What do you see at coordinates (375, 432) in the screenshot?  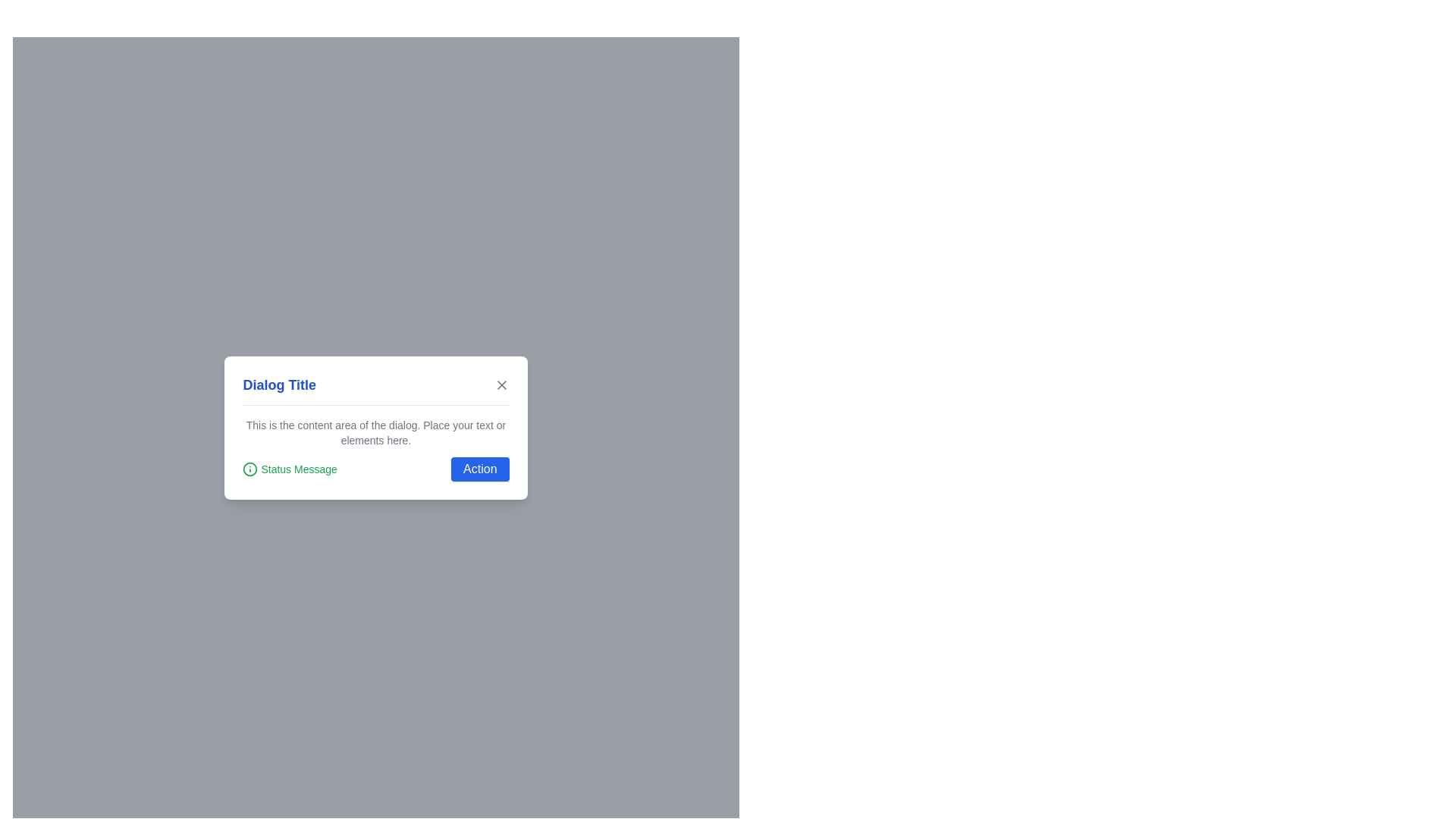 I see `the informational text block that provides details or instructions within the dialog, positioned at the center of the dialog box above the 'Status Message' and 'Action' components` at bounding box center [375, 432].